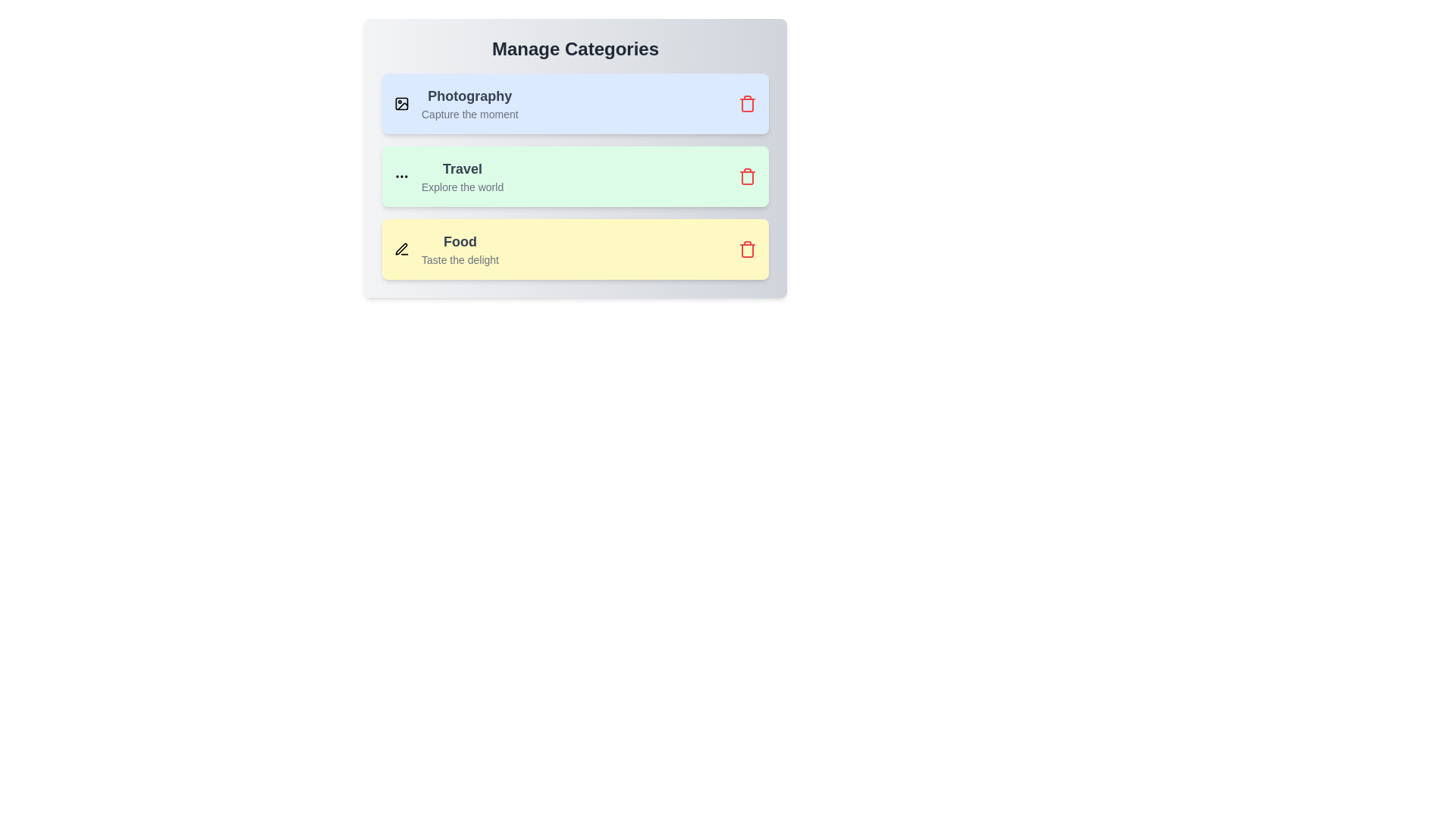  Describe the element at coordinates (401, 103) in the screenshot. I see `the icon of the category Photography to view it` at that location.